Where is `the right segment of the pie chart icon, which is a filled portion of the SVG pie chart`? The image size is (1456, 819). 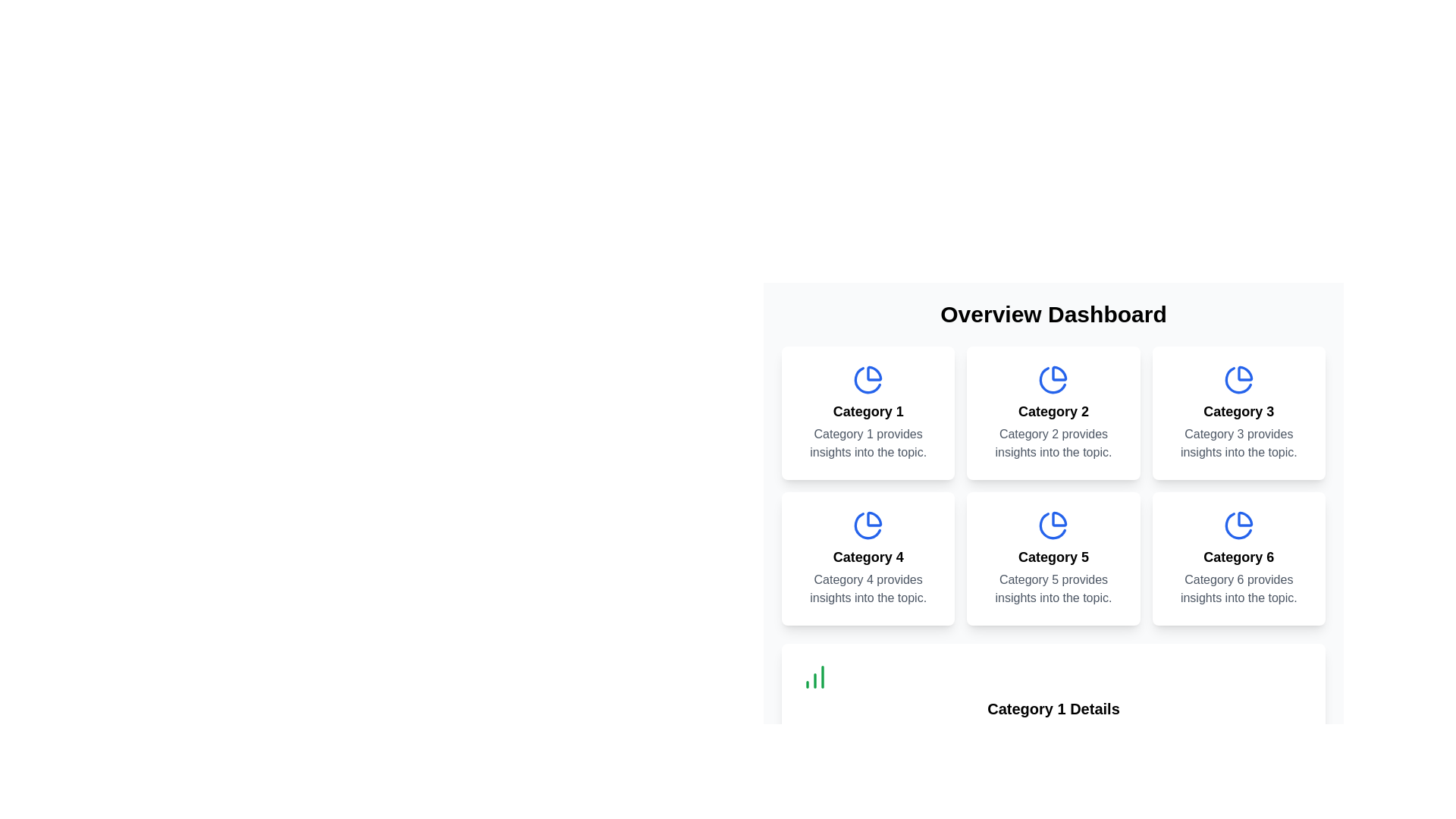
the right segment of the pie chart icon, which is a filled portion of the SVG pie chart is located at coordinates (1245, 373).